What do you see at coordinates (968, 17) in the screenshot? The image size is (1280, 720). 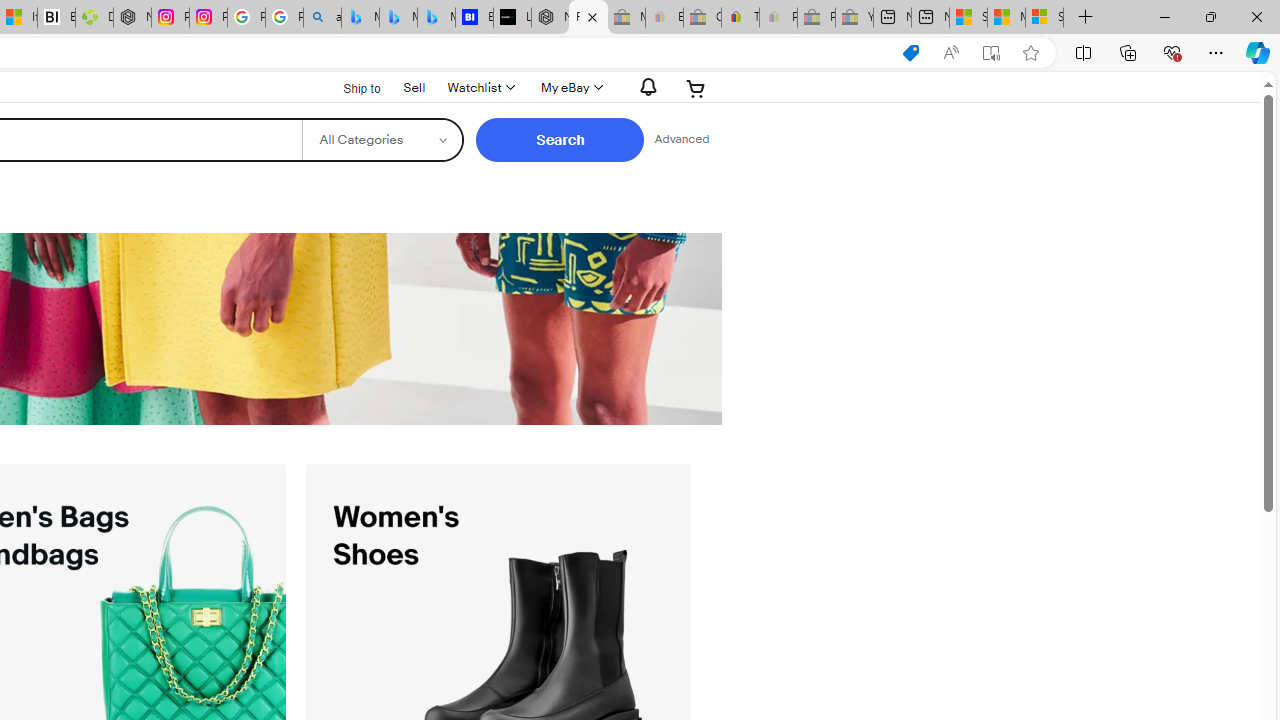 I see `'Shanghai, China hourly forecast | Microsoft Weather'` at bounding box center [968, 17].